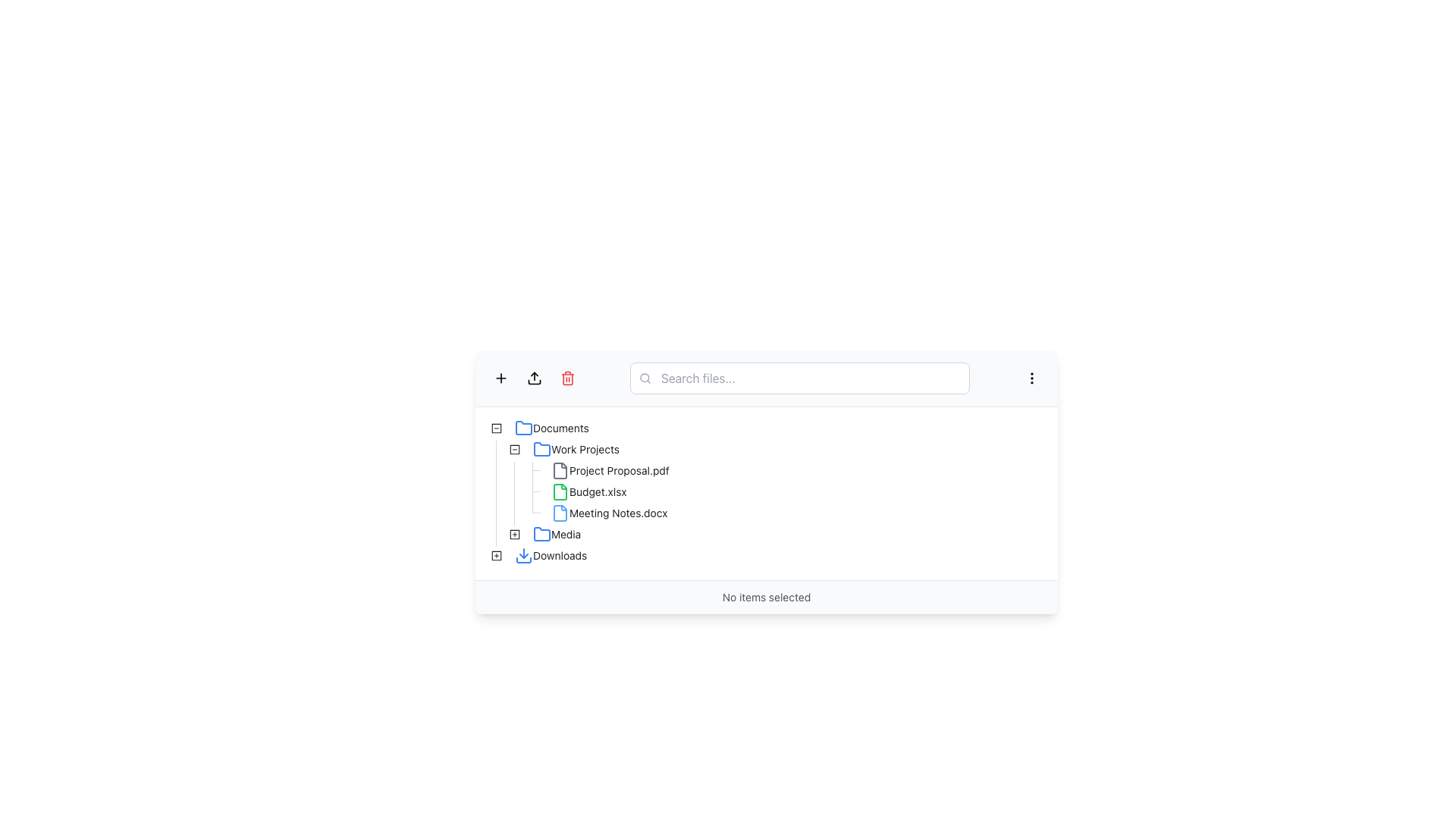 The image size is (1456, 819). What do you see at coordinates (496, 428) in the screenshot?
I see `the toggle button or expander icon located to the left of the 'Documents' label in the tree-view structure` at bounding box center [496, 428].